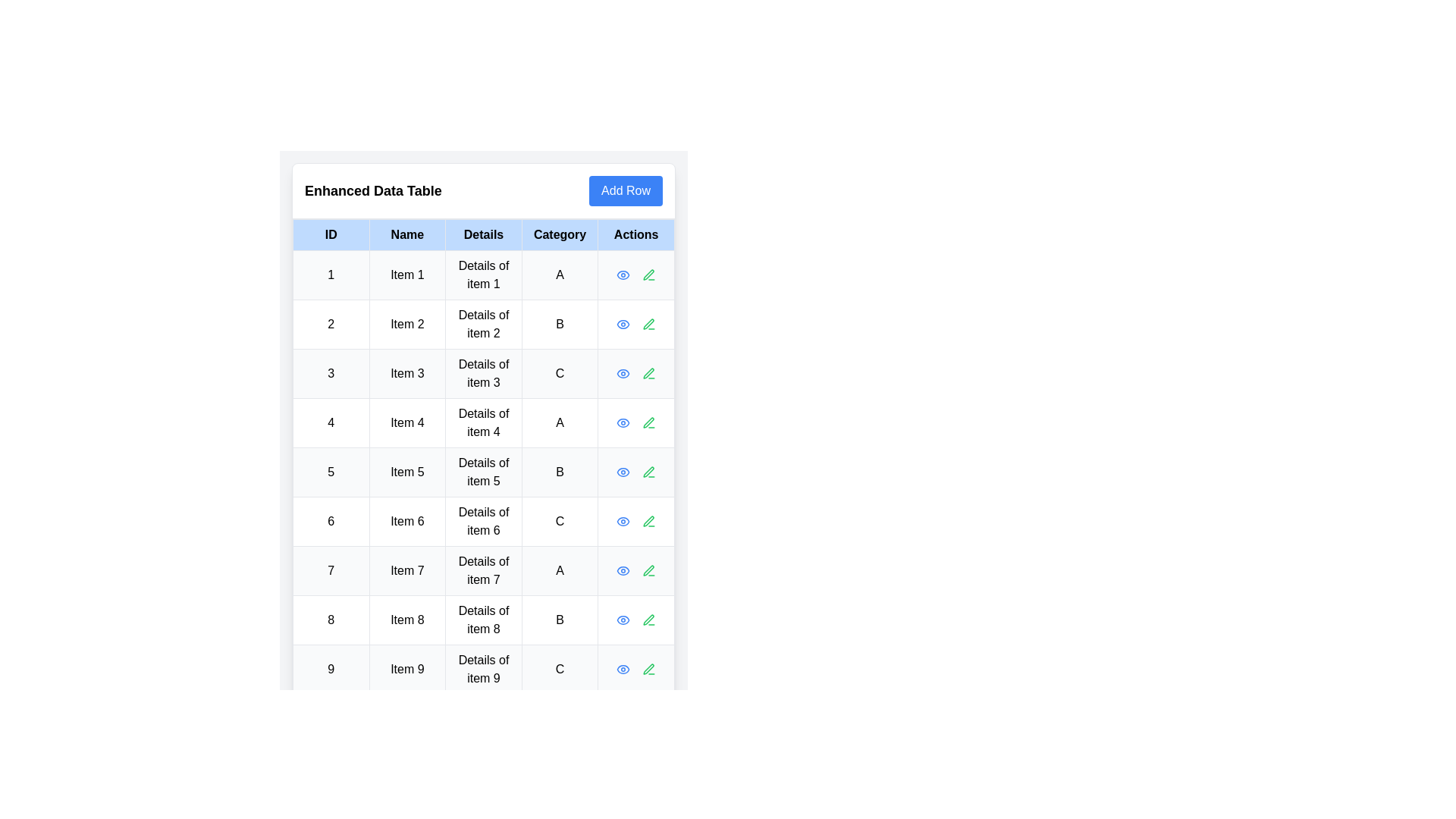  What do you see at coordinates (559, 620) in the screenshot?
I see `the static text field that displays the categorical value 'B' in the 8th row of the table under the 'Category' column` at bounding box center [559, 620].